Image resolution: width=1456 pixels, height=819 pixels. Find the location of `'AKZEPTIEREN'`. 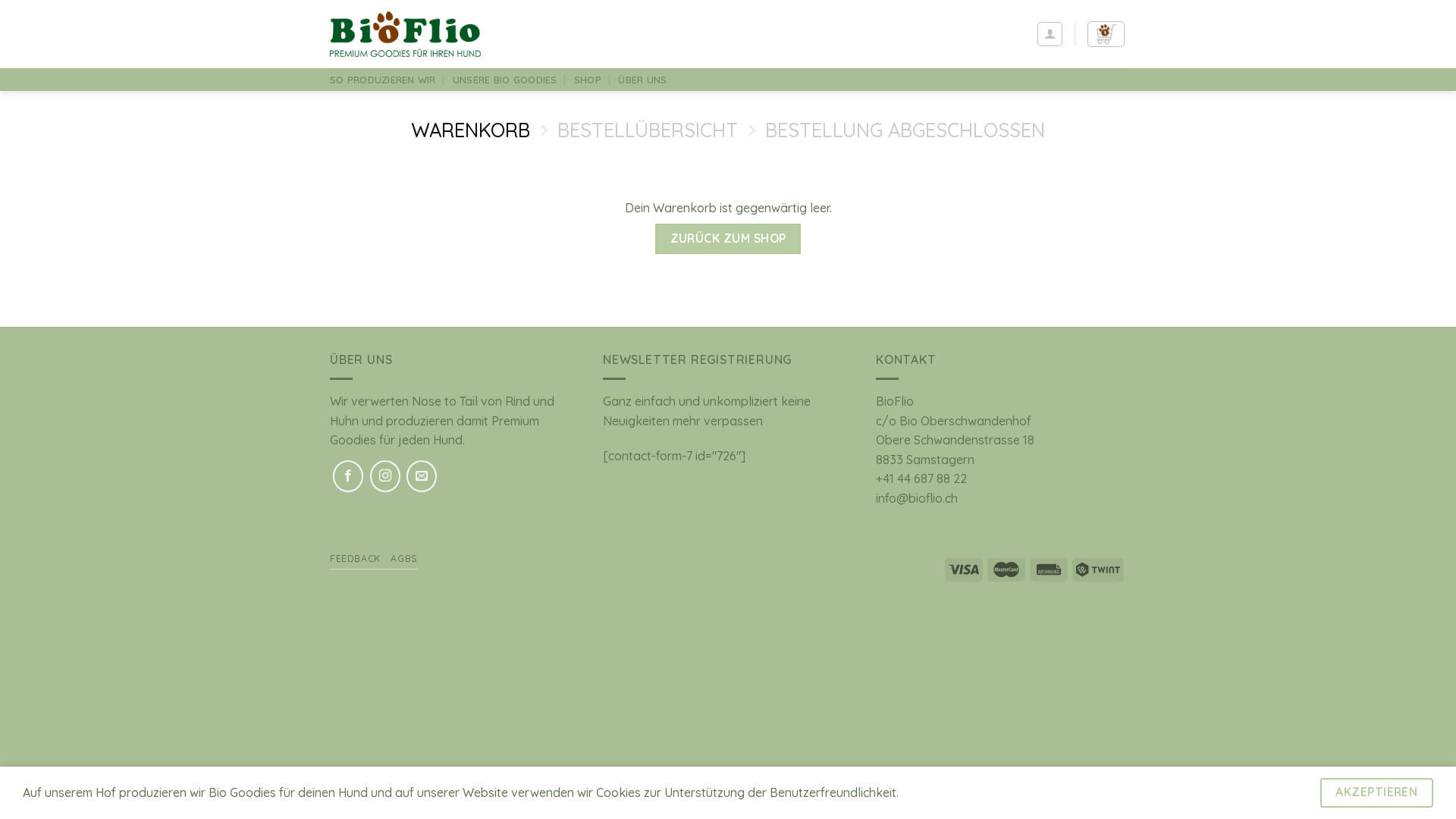

'AKZEPTIEREN' is located at coordinates (1376, 792).